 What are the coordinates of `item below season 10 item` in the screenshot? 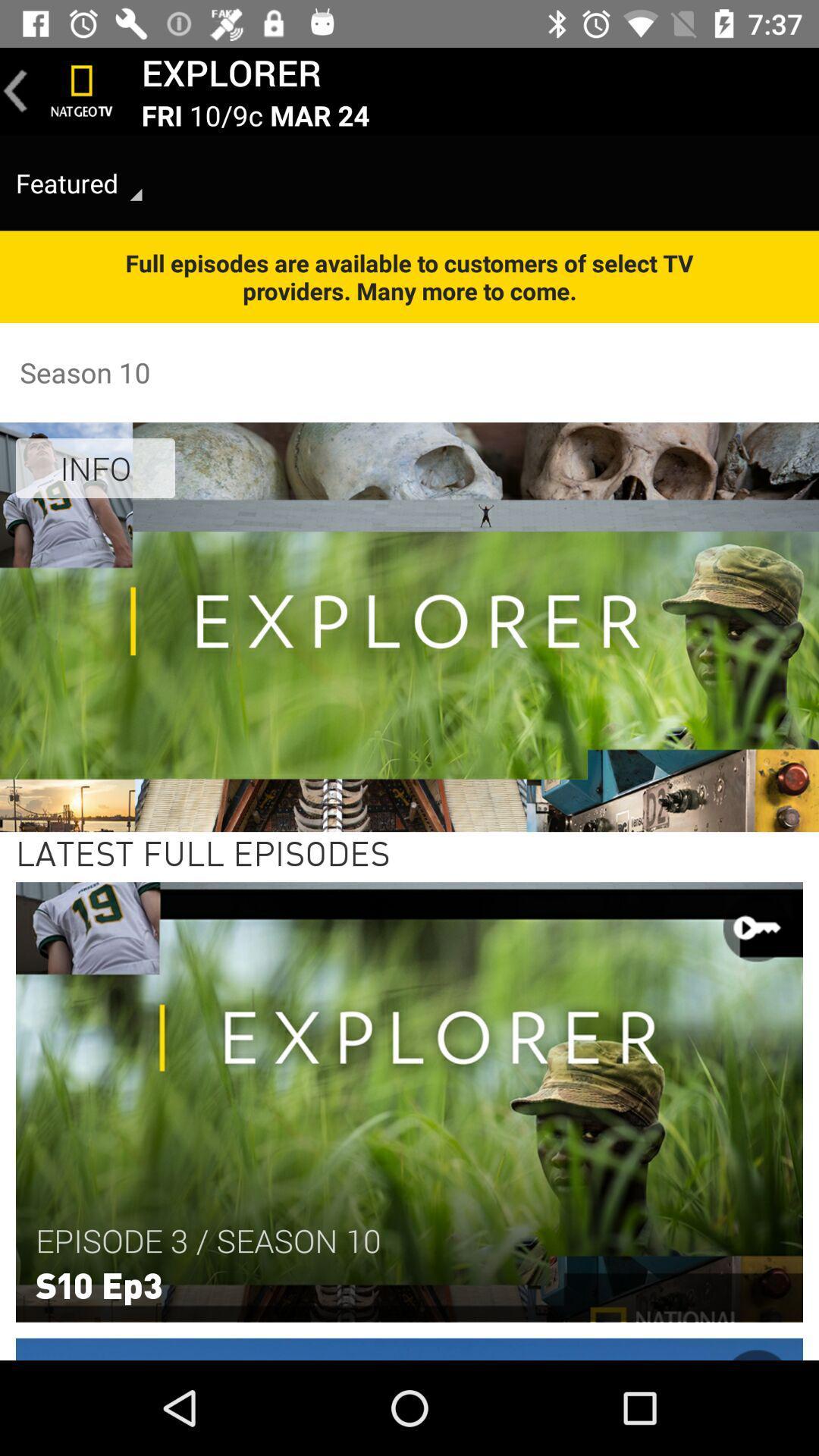 It's located at (96, 467).